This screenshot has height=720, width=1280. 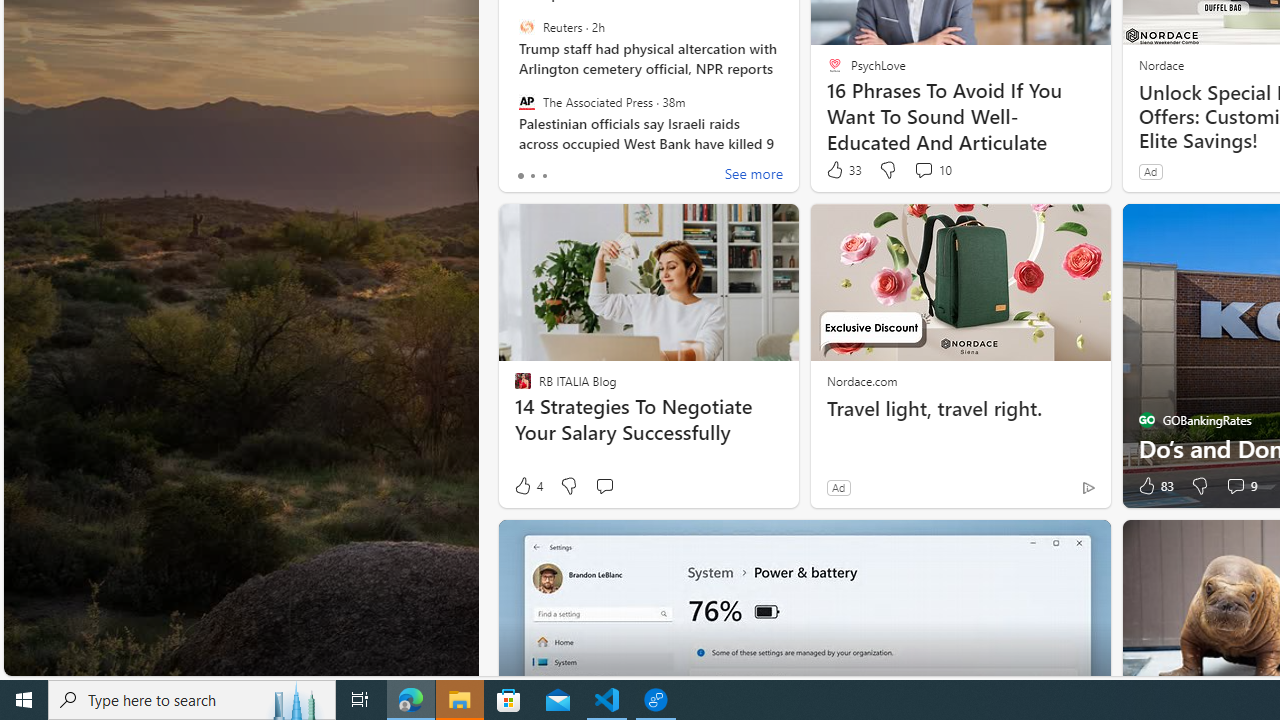 What do you see at coordinates (532, 175) in the screenshot?
I see `'tab-1'` at bounding box center [532, 175].